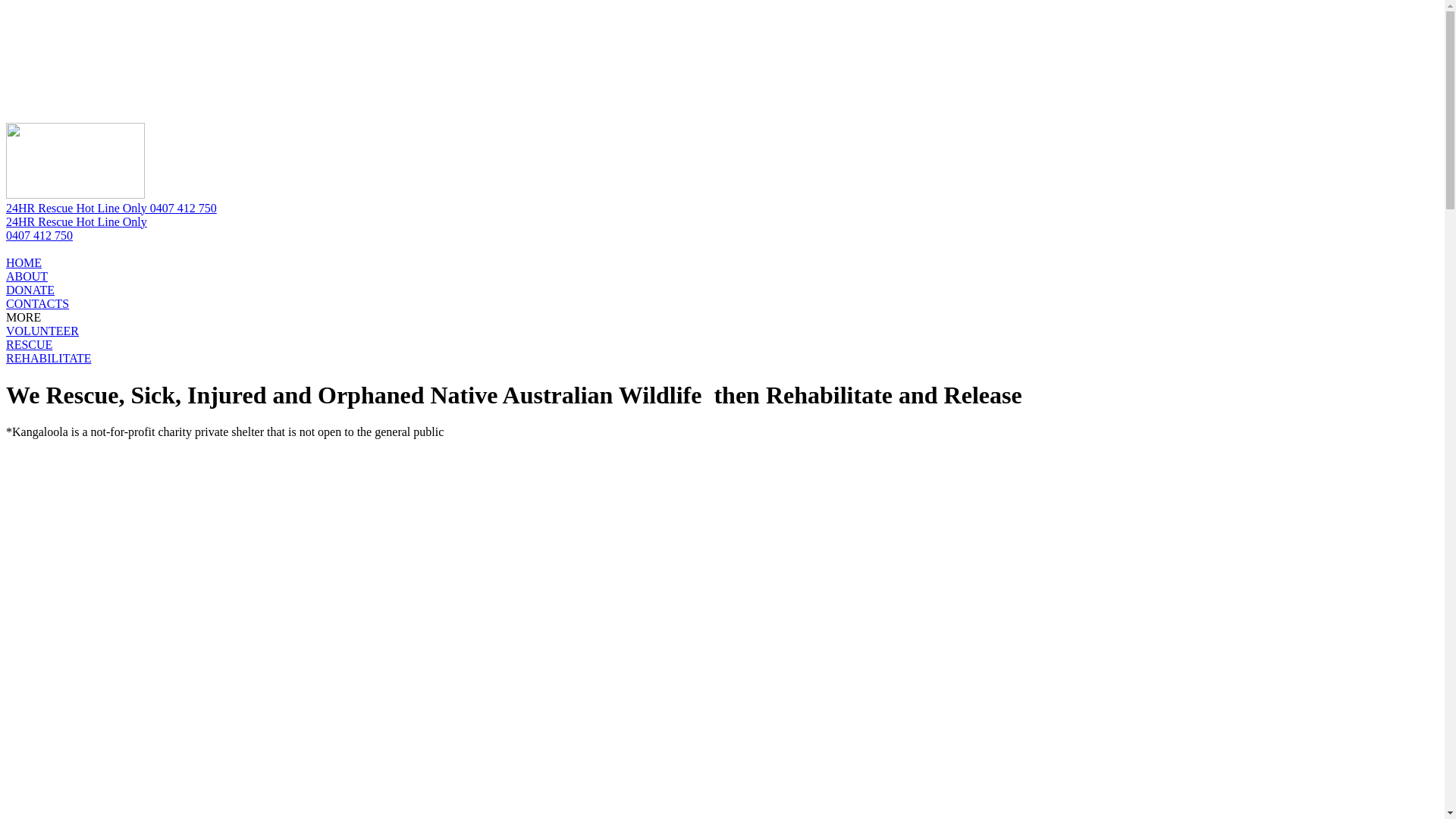 Image resolution: width=1456 pixels, height=819 pixels. Describe the element at coordinates (30, 290) in the screenshot. I see `'DONATE'` at that location.